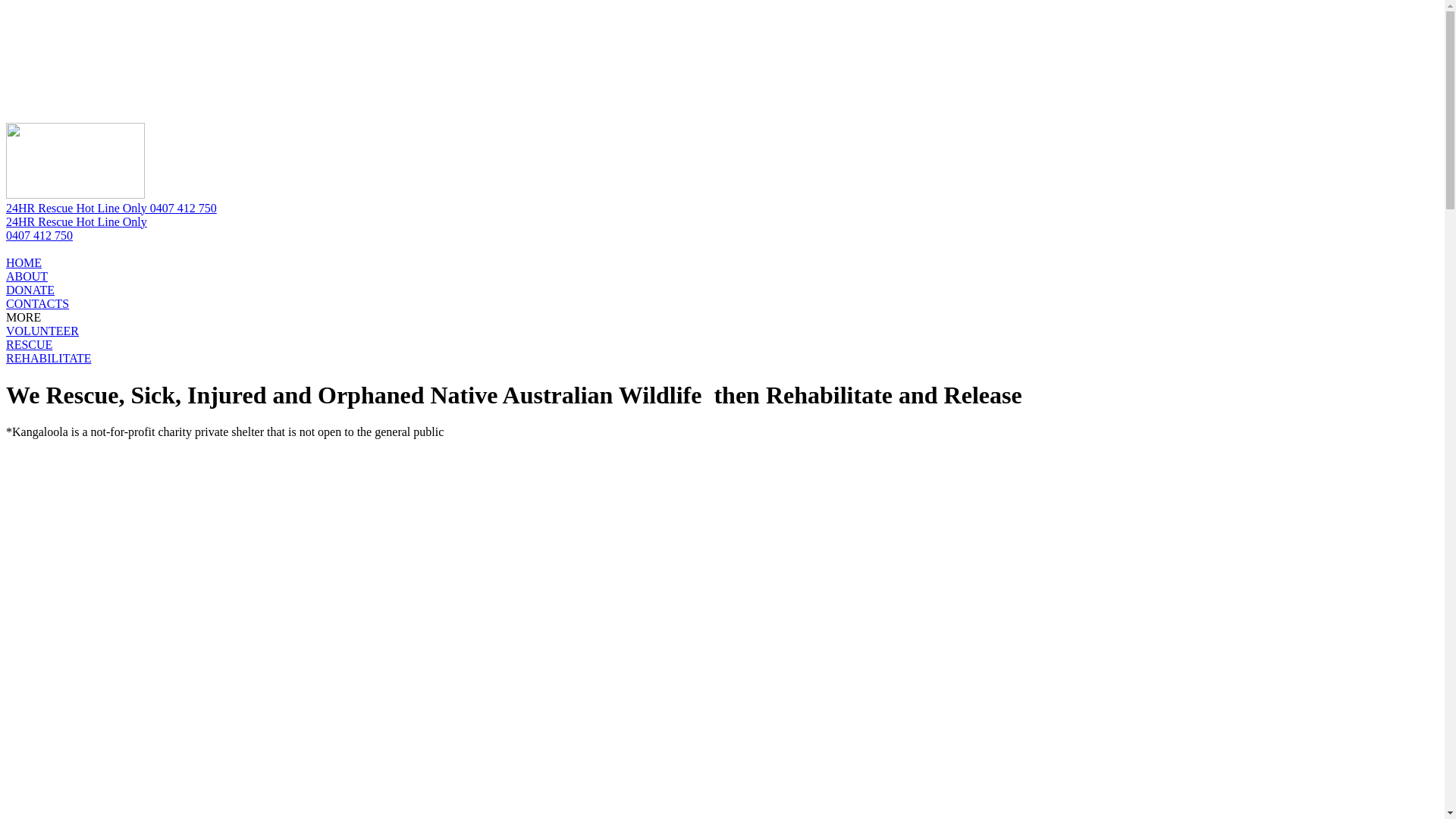 Image resolution: width=1456 pixels, height=819 pixels. Describe the element at coordinates (30, 290) in the screenshot. I see `'DONATE'` at that location.